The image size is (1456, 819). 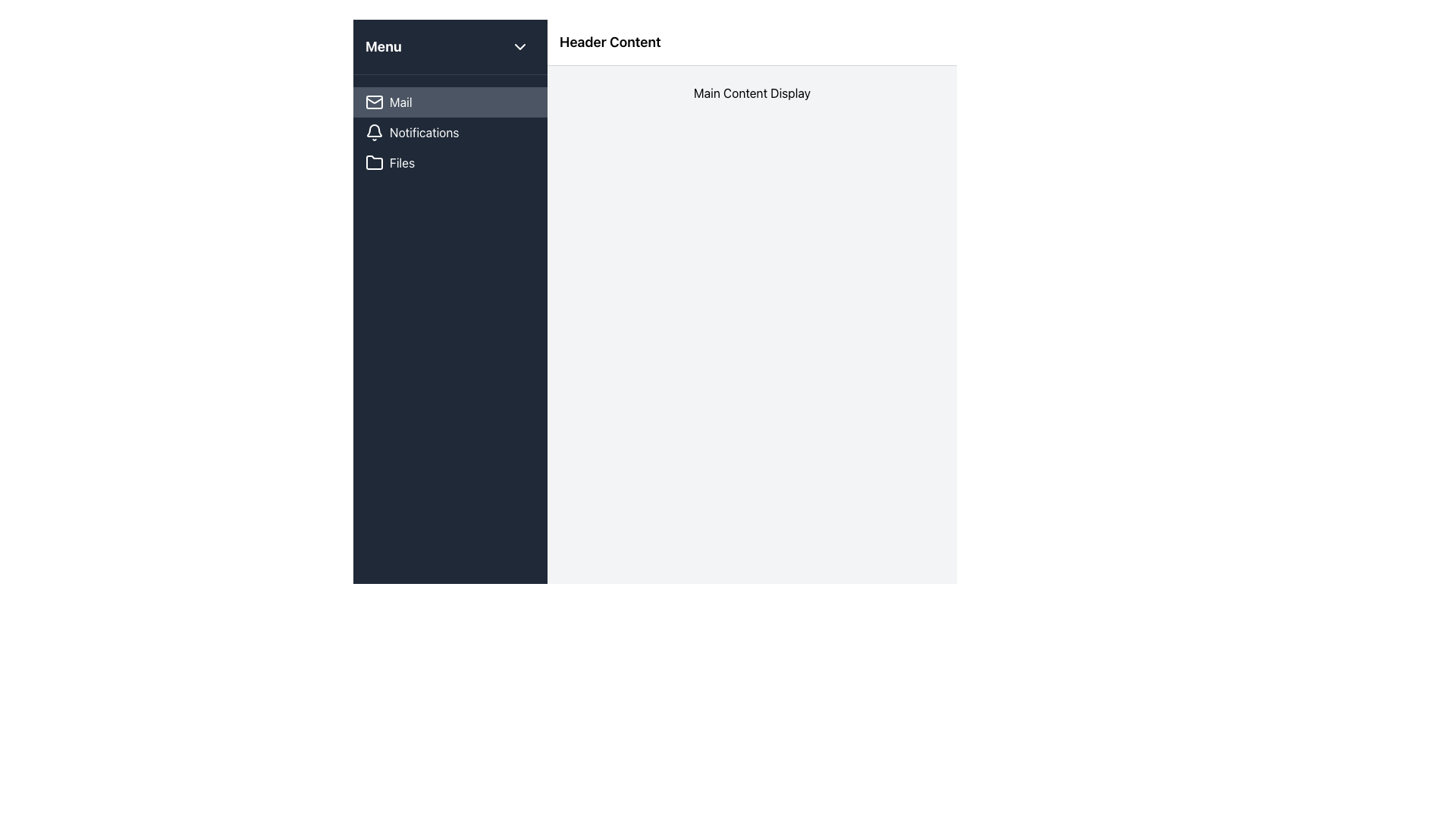 What do you see at coordinates (450, 163) in the screenshot?
I see `the third navigation button in the vertical menu panel on the left side of the layout` at bounding box center [450, 163].